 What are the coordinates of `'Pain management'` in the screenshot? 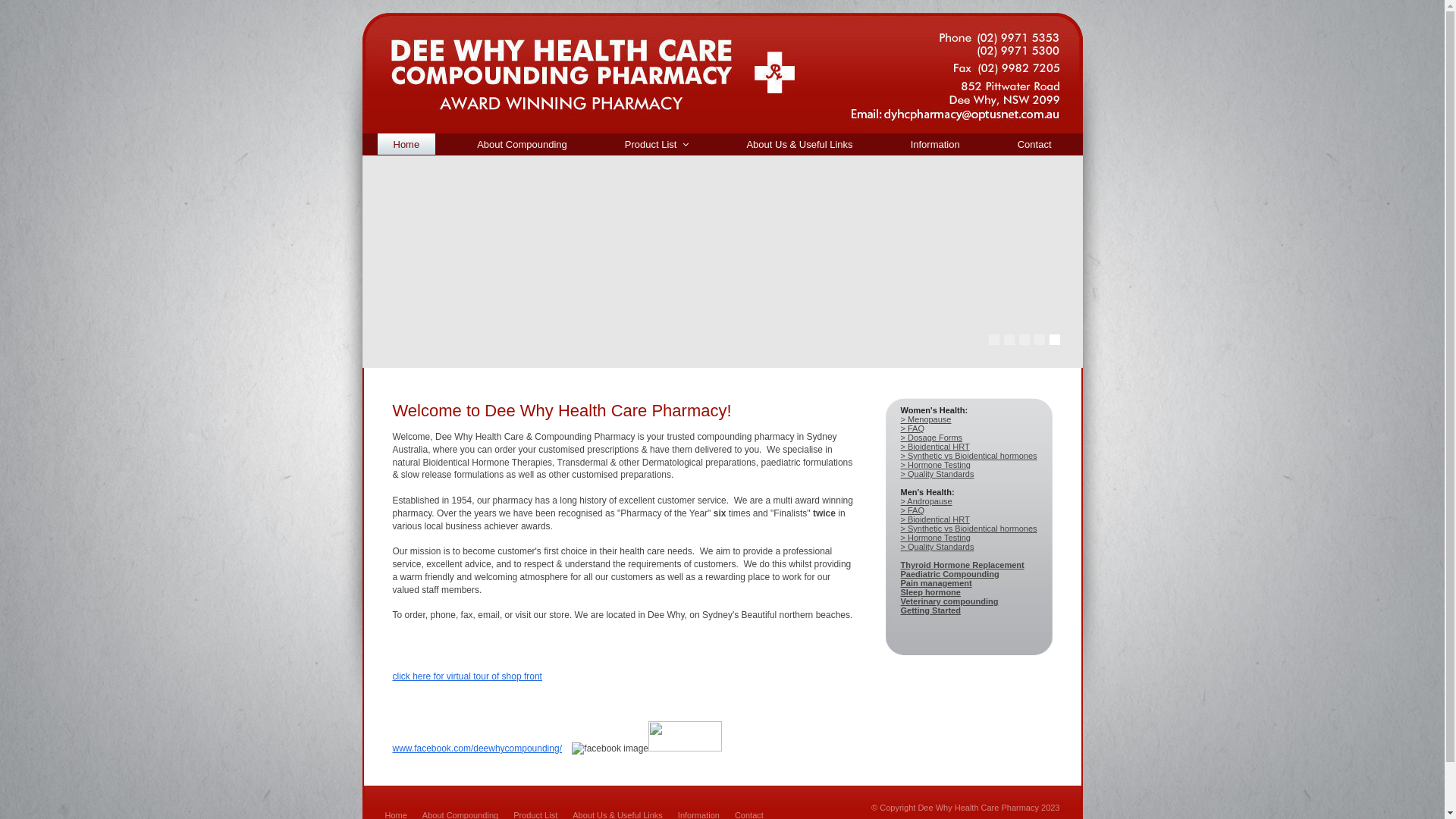 It's located at (901, 582).